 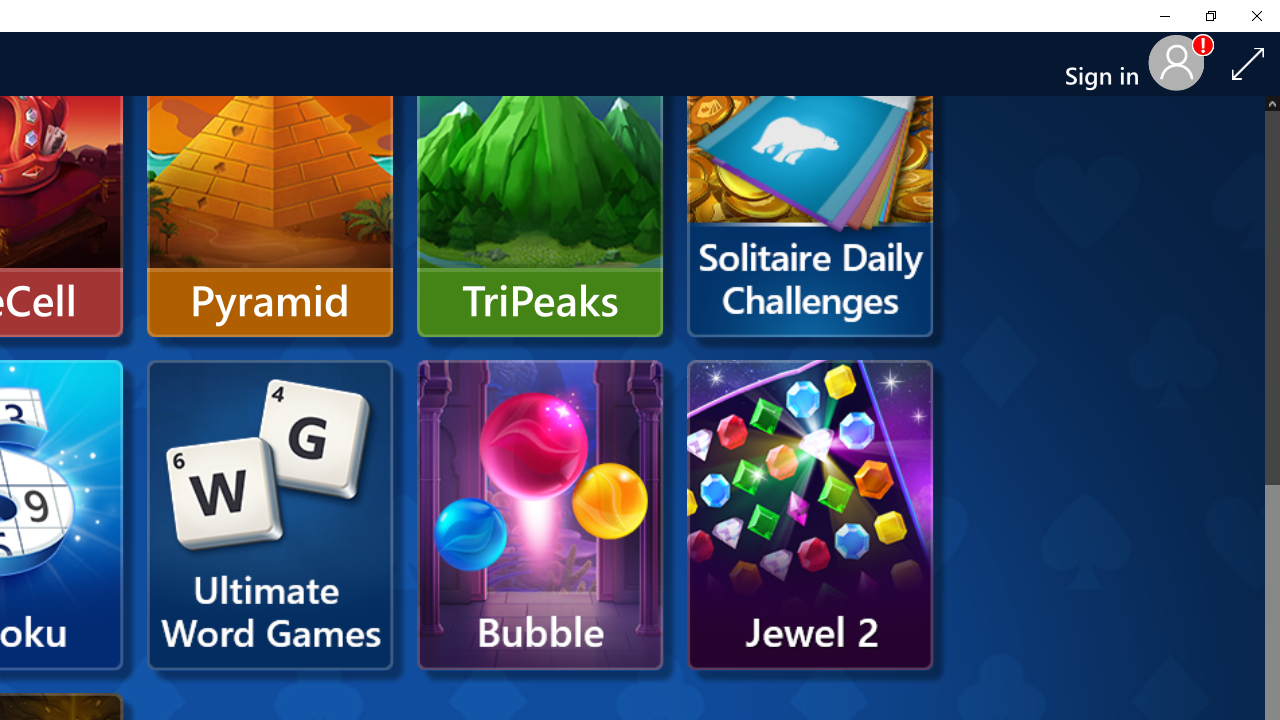 What do you see at coordinates (810, 514) in the screenshot?
I see `'Microsoft Jewel 2'` at bounding box center [810, 514].